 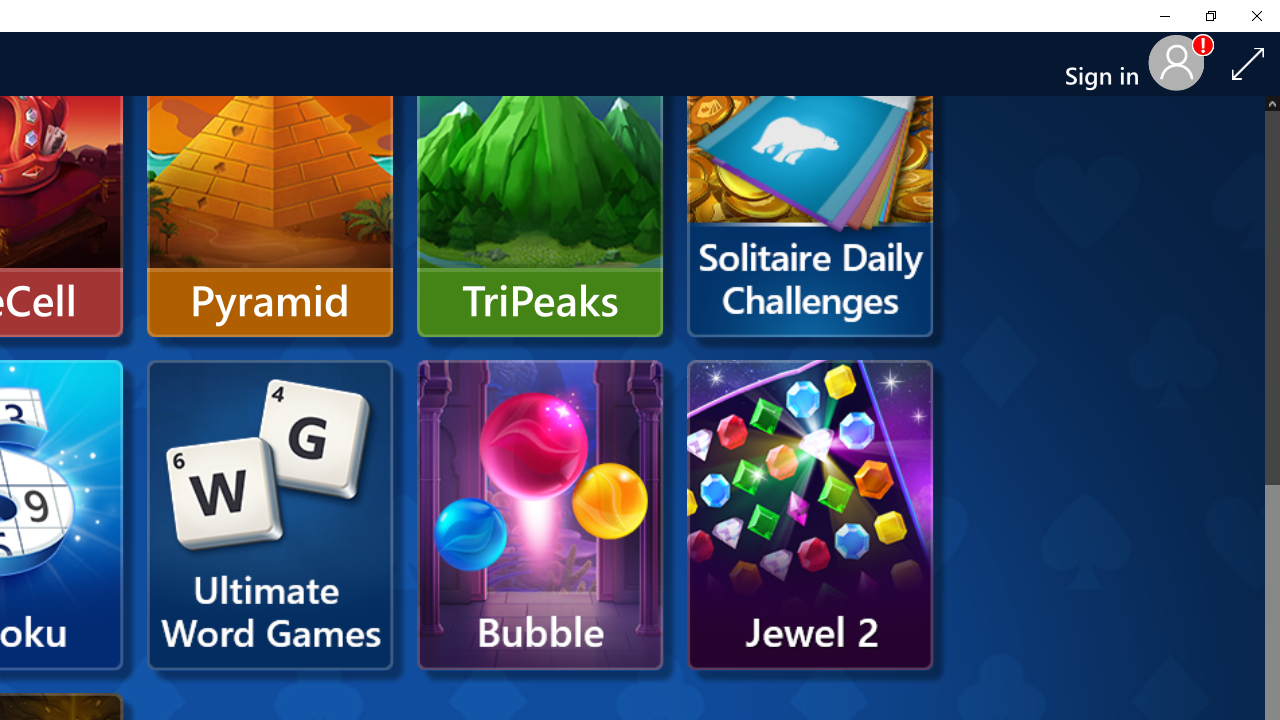 What do you see at coordinates (810, 514) in the screenshot?
I see `'Microsoft Jewel 2'` at bounding box center [810, 514].